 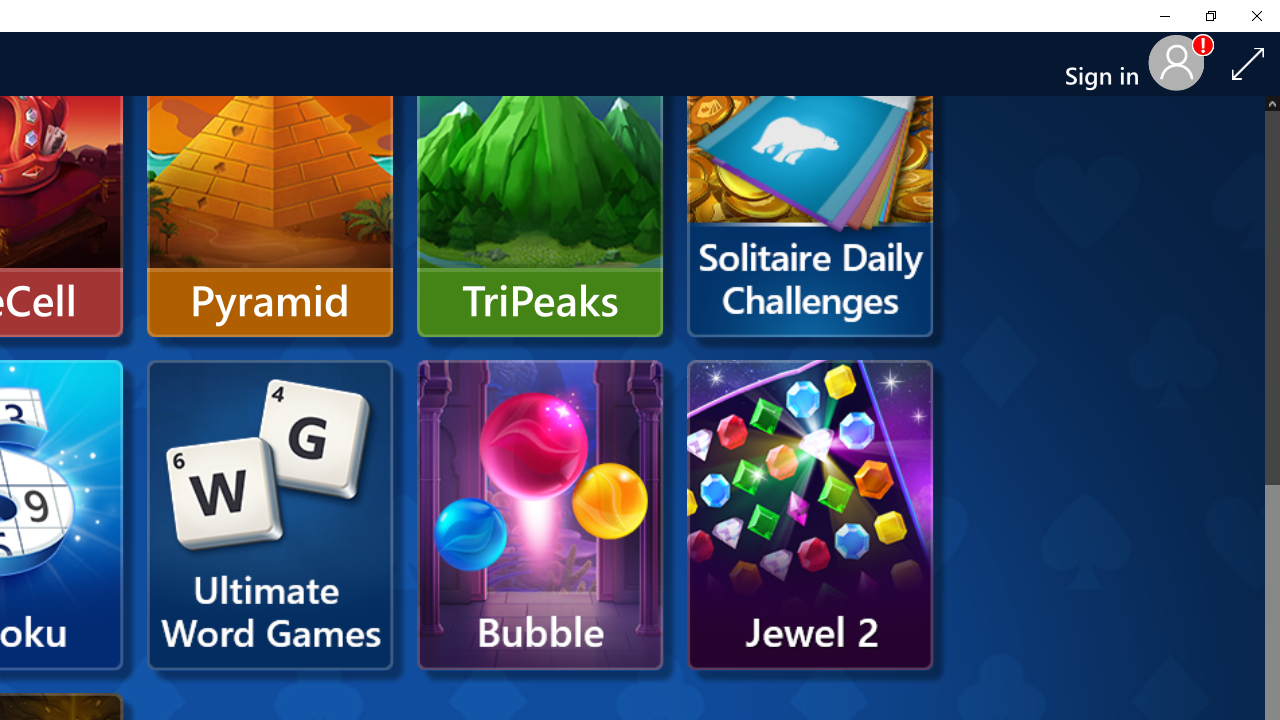 What do you see at coordinates (810, 514) in the screenshot?
I see `'Microsoft Jewel 2'` at bounding box center [810, 514].